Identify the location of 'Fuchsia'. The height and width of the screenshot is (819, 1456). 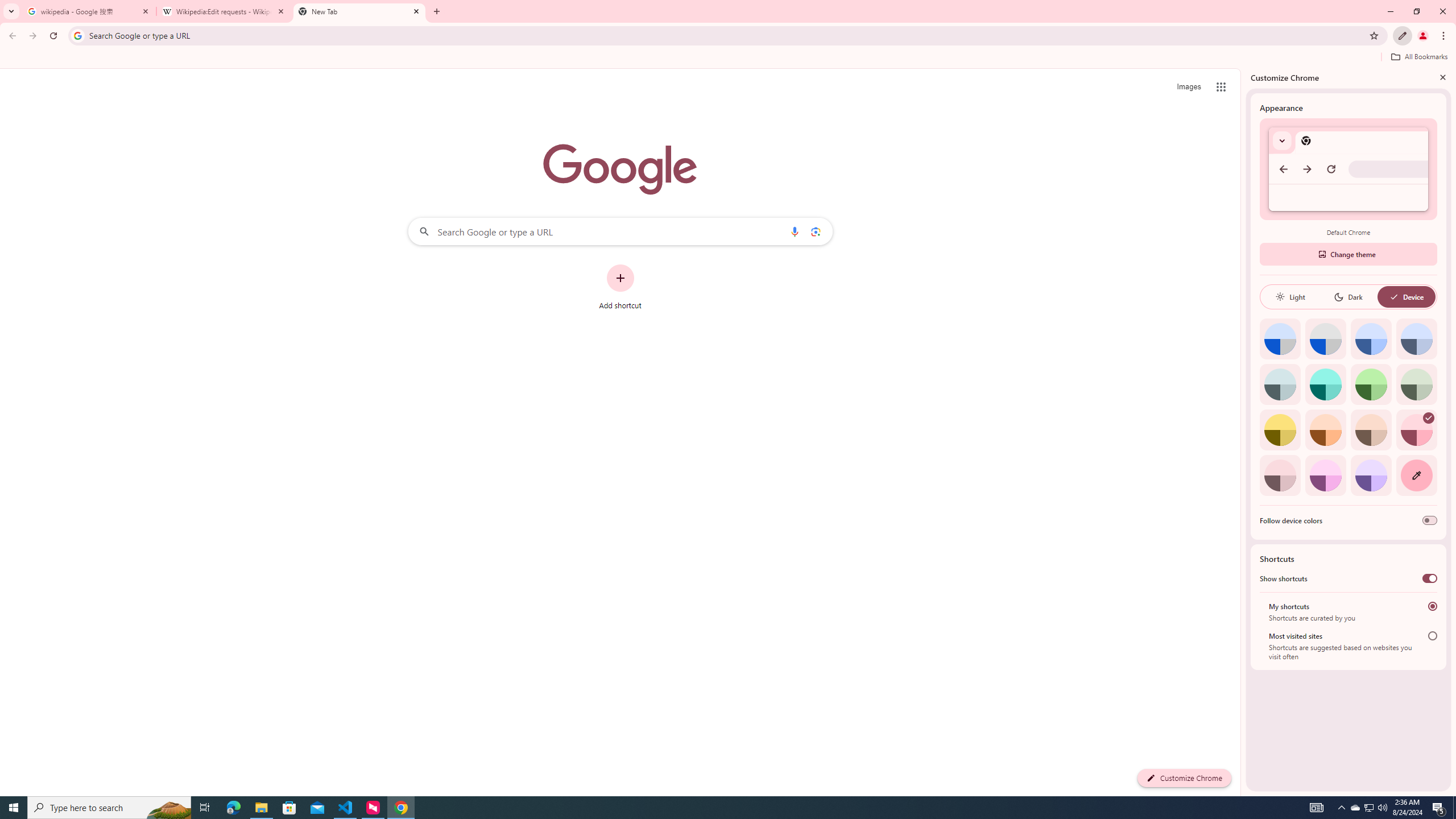
(1325, 475).